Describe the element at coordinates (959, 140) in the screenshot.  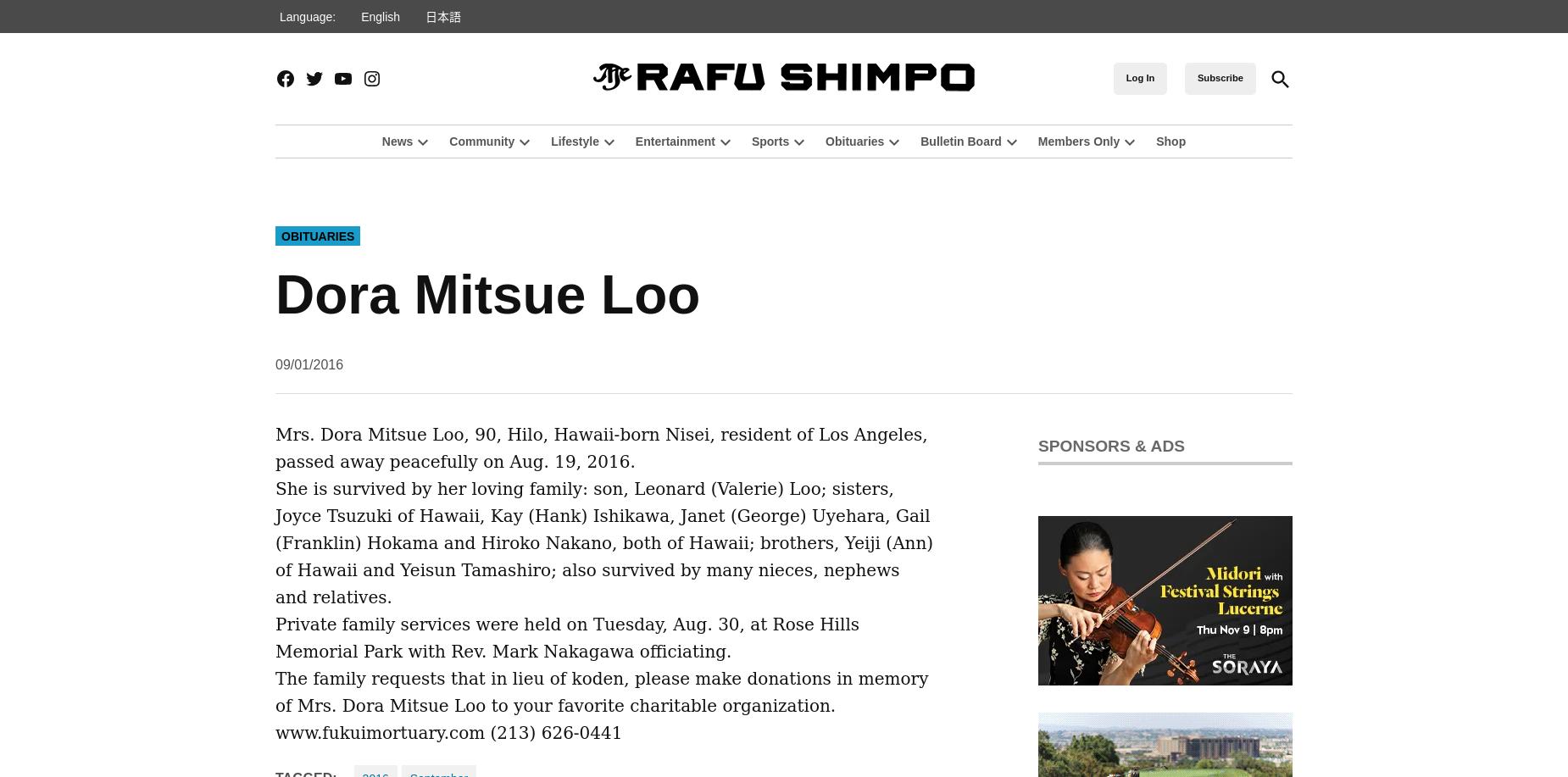
I see `'Bulletin Board'` at that location.